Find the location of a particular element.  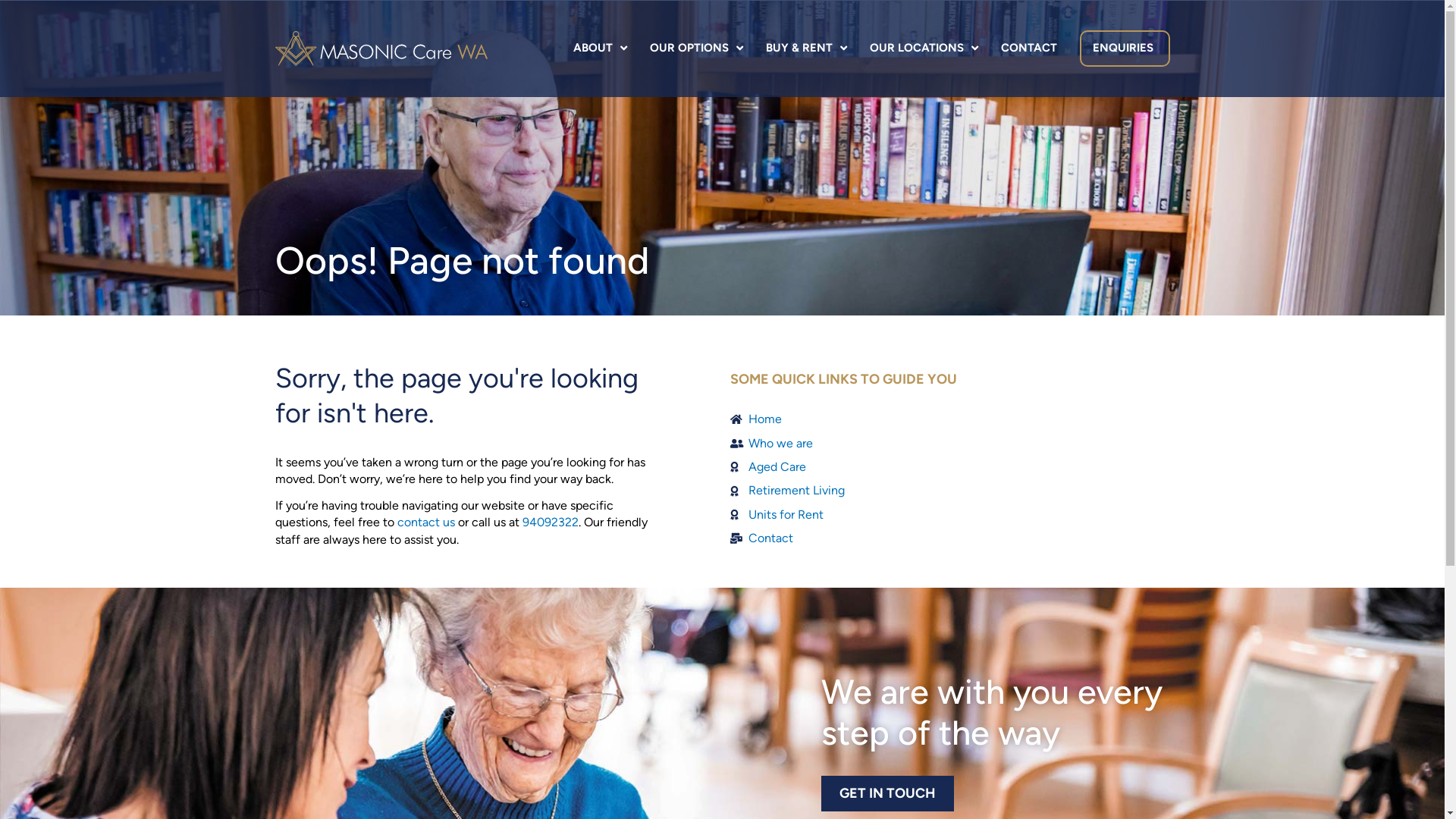

'94092322' is located at coordinates (548, 521).